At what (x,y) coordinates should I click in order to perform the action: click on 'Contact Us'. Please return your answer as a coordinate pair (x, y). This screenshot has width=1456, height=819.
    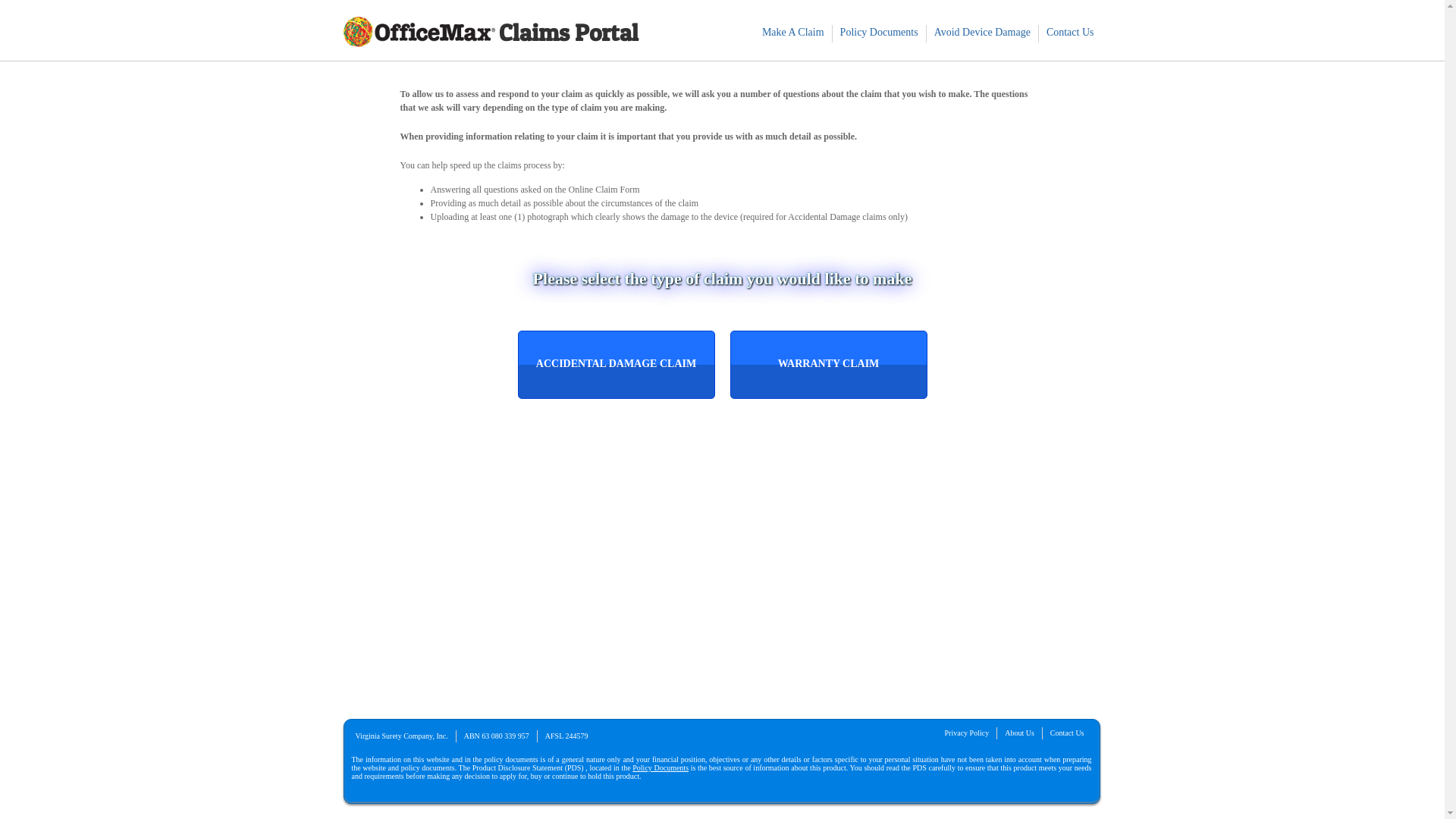
    Looking at the image, I should click on (1037, 32).